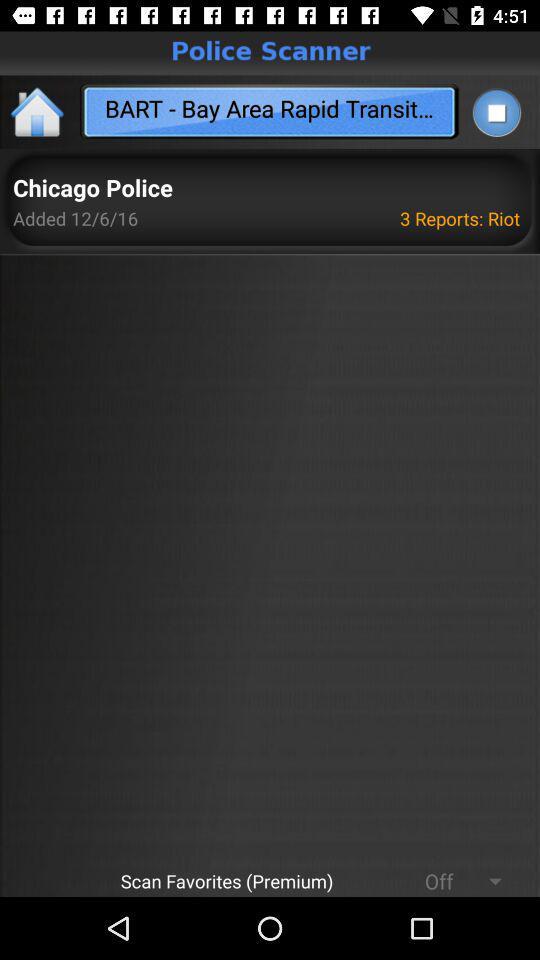 The height and width of the screenshot is (960, 540). What do you see at coordinates (495, 112) in the screenshot?
I see `pause scanner` at bounding box center [495, 112].